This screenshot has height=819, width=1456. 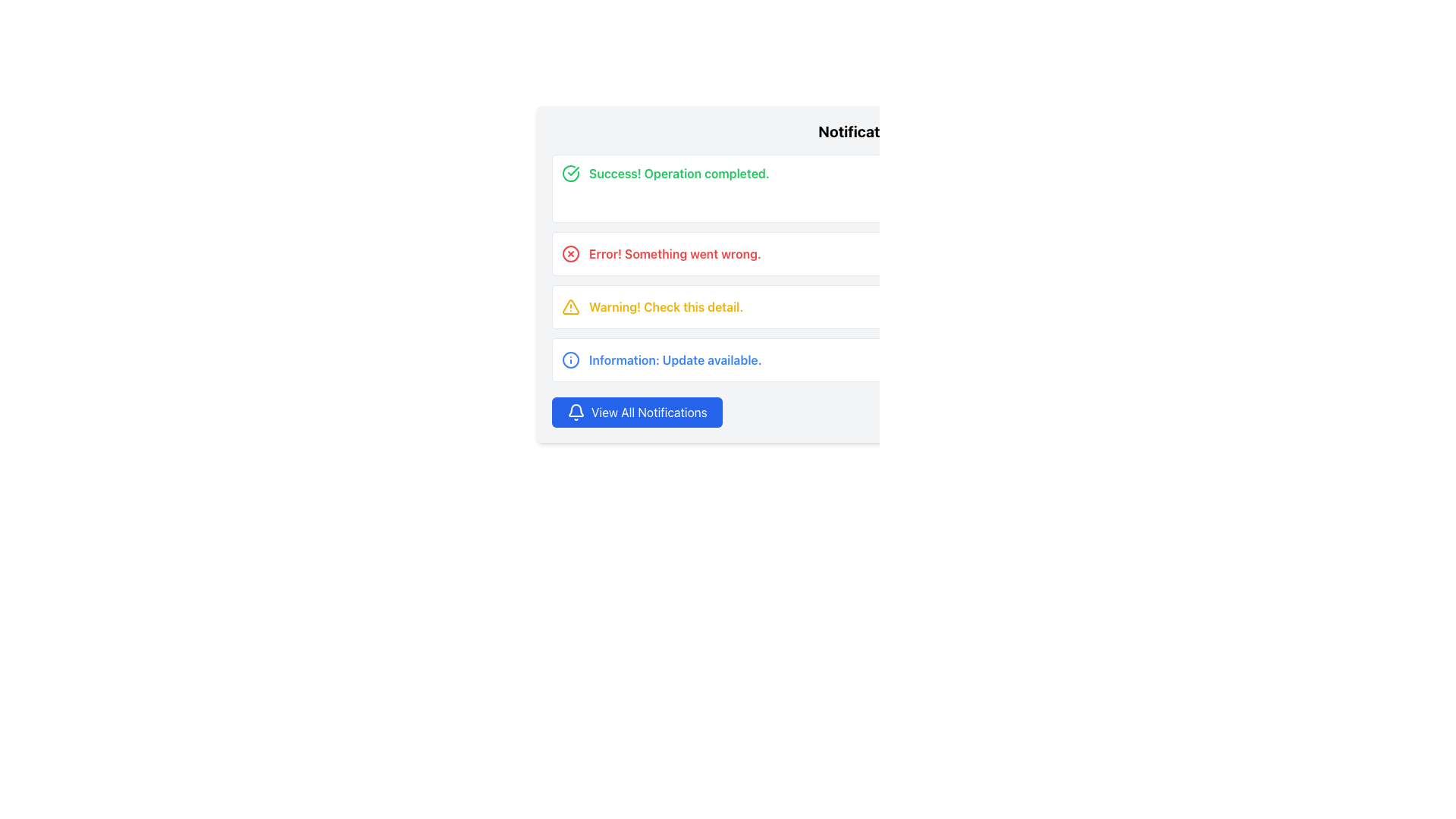 What do you see at coordinates (678, 172) in the screenshot?
I see `the notification text indicating successful operation, located in the topmost notification panel, to the right of the green checkmark icon` at bounding box center [678, 172].